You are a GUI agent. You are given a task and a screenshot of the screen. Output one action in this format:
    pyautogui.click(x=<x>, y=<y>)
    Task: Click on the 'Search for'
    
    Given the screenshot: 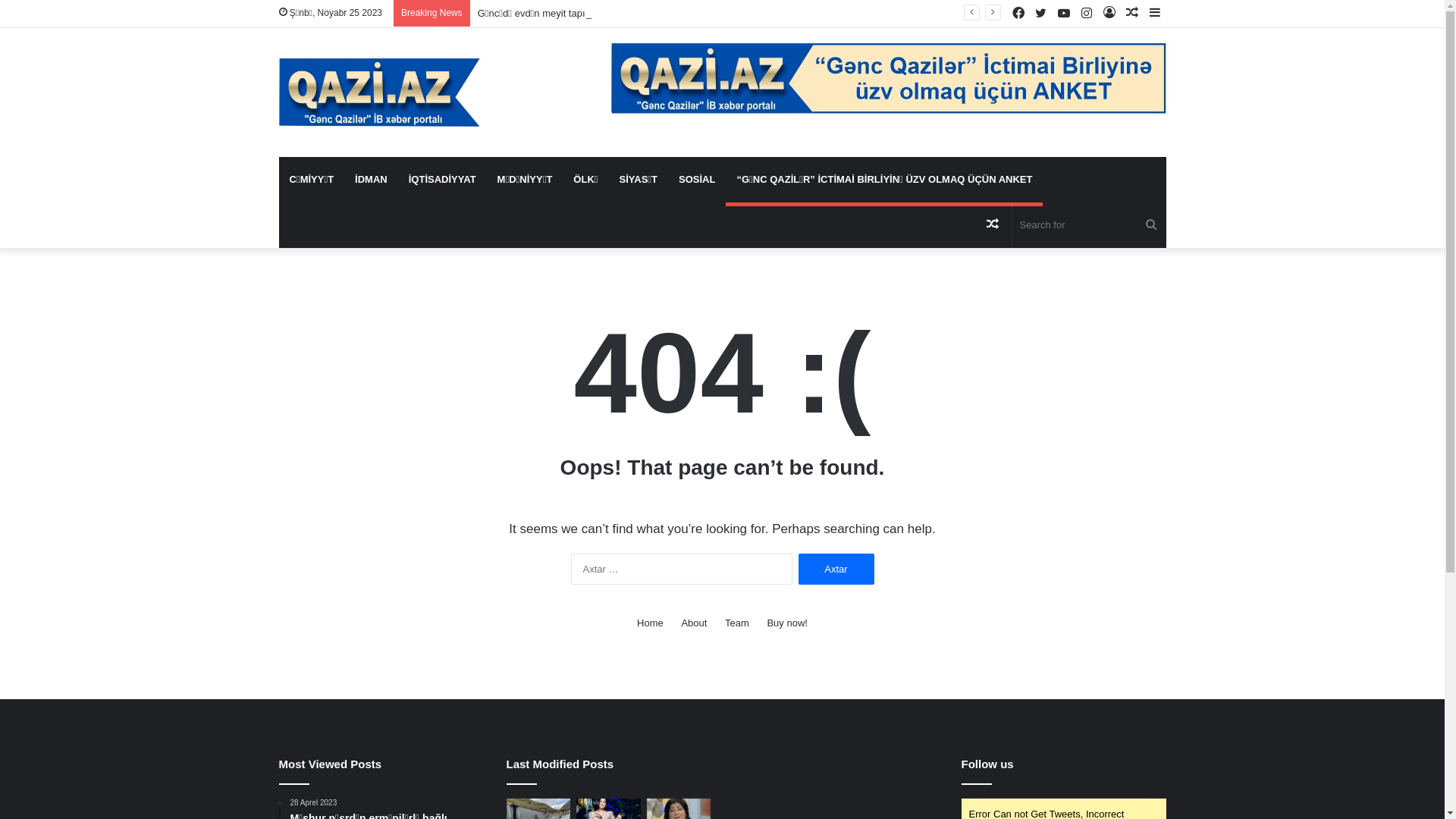 What is the action you would take?
    pyautogui.click(x=1087, y=225)
    